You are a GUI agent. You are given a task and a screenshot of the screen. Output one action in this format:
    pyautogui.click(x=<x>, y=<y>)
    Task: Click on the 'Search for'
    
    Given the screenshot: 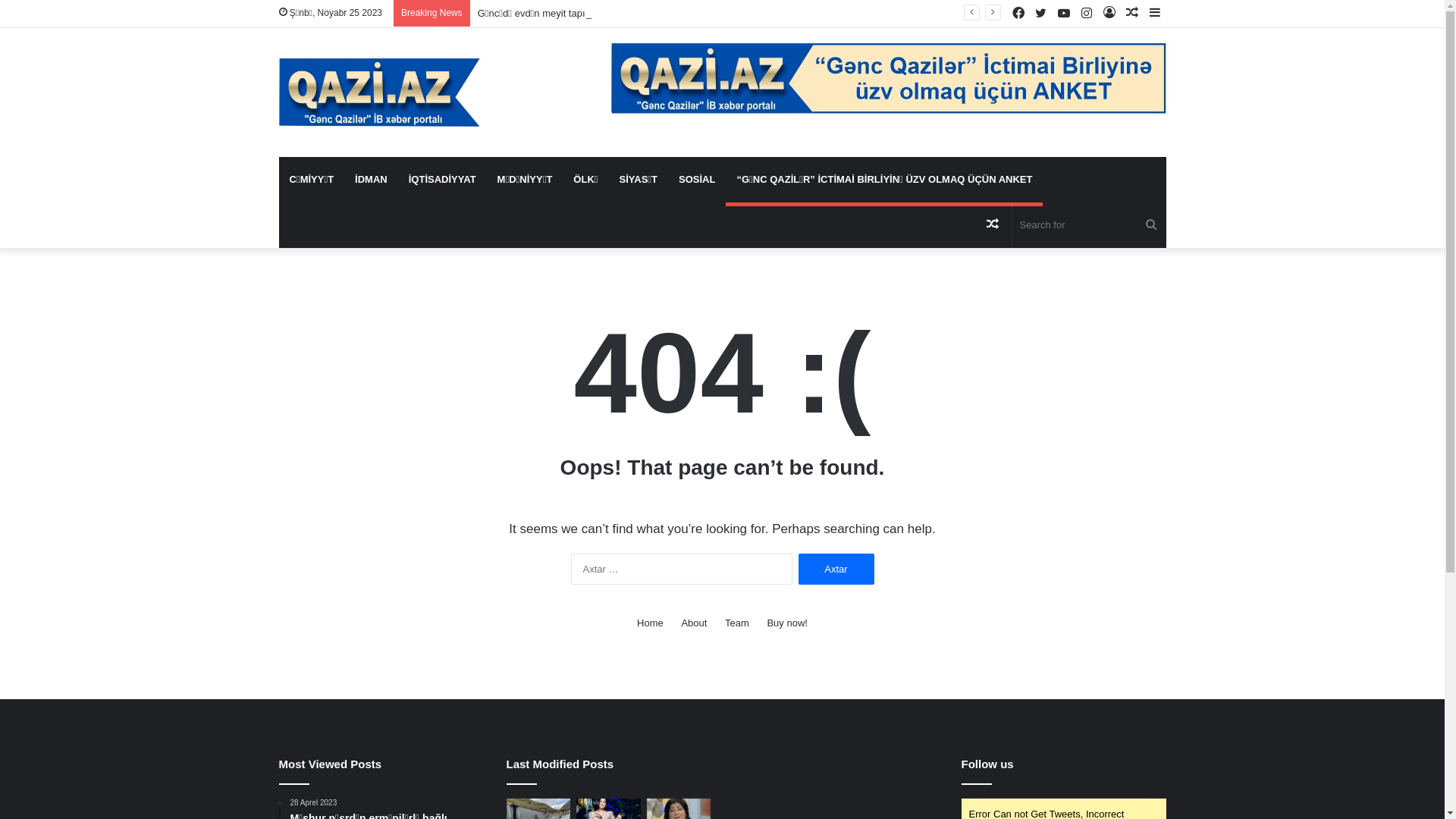 What is the action you would take?
    pyautogui.click(x=1087, y=225)
    